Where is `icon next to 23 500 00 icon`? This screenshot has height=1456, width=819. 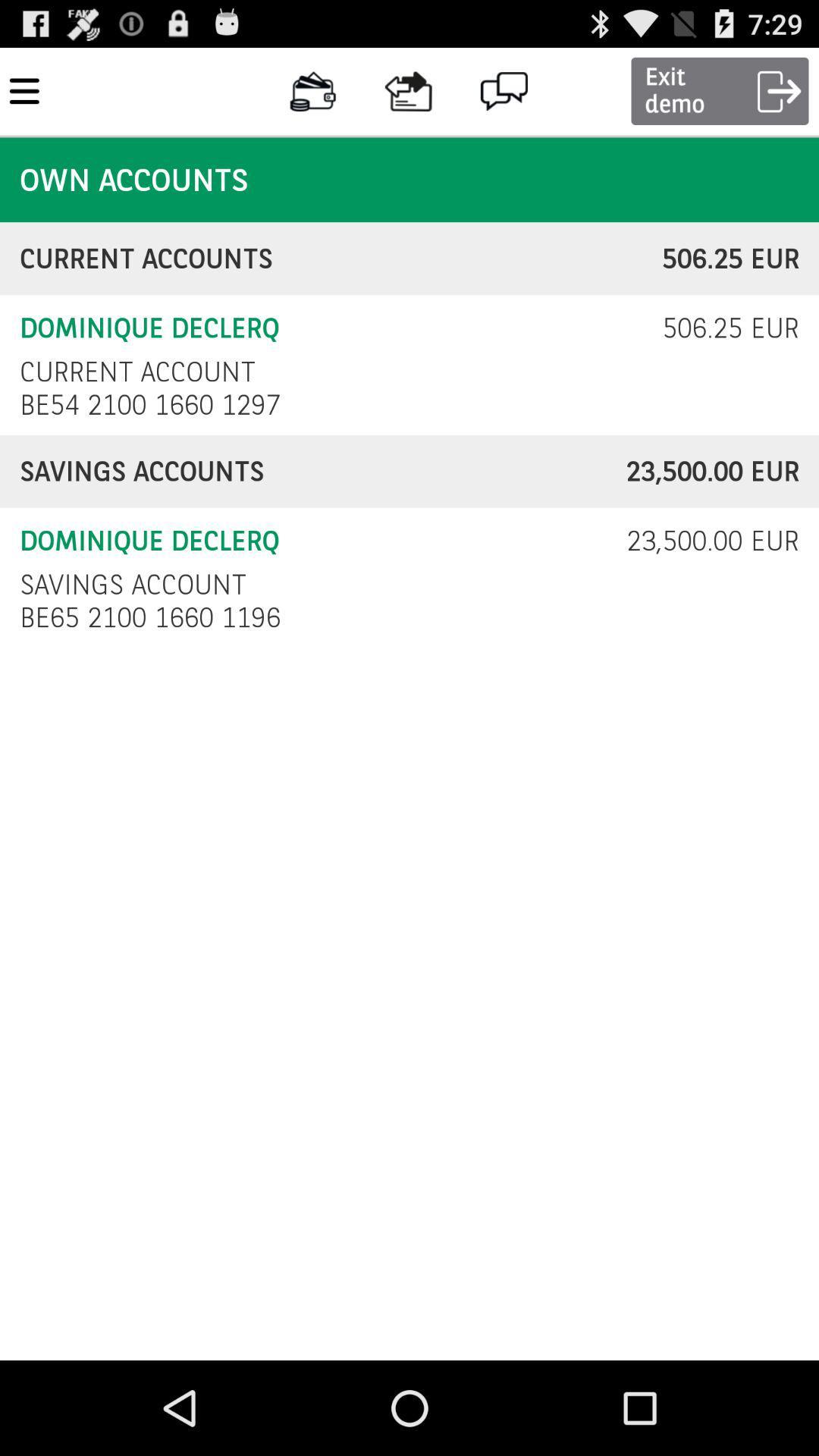 icon next to 23 500 00 icon is located at coordinates (132, 584).